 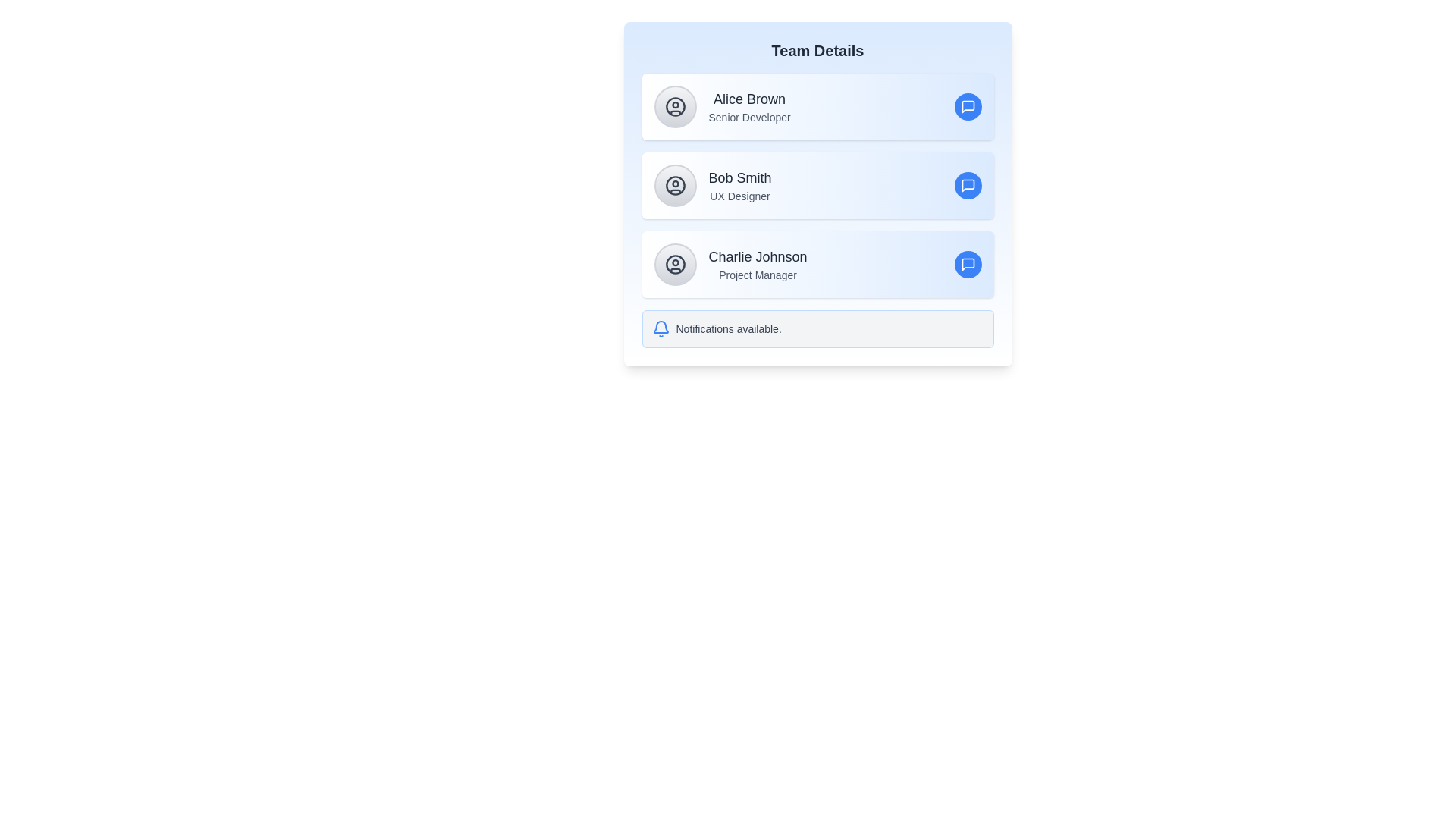 What do you see at coordinates (749, 99) in the screenshot?
I see `text label that specifies the name of a team member in the 'Team Details' section, located at the top of the vertical list` at bounding box center [749, 99].